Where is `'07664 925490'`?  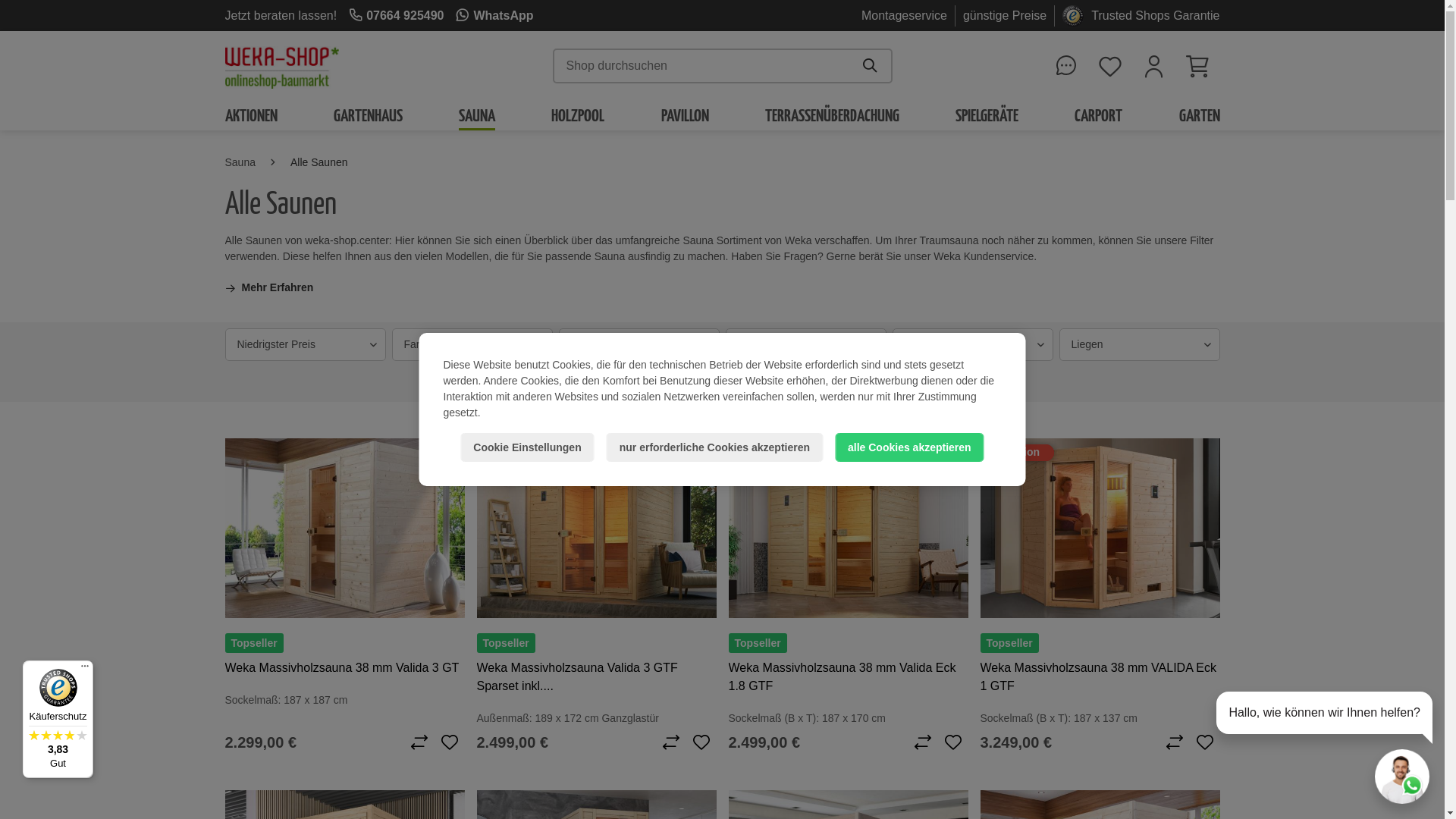 '07664 925490' is located at coordinates (396, 14).